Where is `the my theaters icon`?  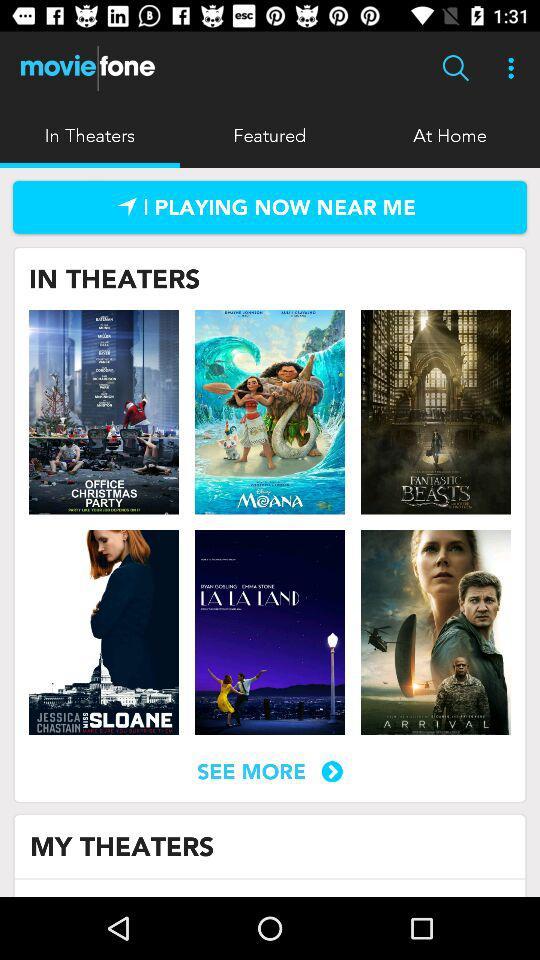 the my theaters icon is located at coordinates (122, 845).